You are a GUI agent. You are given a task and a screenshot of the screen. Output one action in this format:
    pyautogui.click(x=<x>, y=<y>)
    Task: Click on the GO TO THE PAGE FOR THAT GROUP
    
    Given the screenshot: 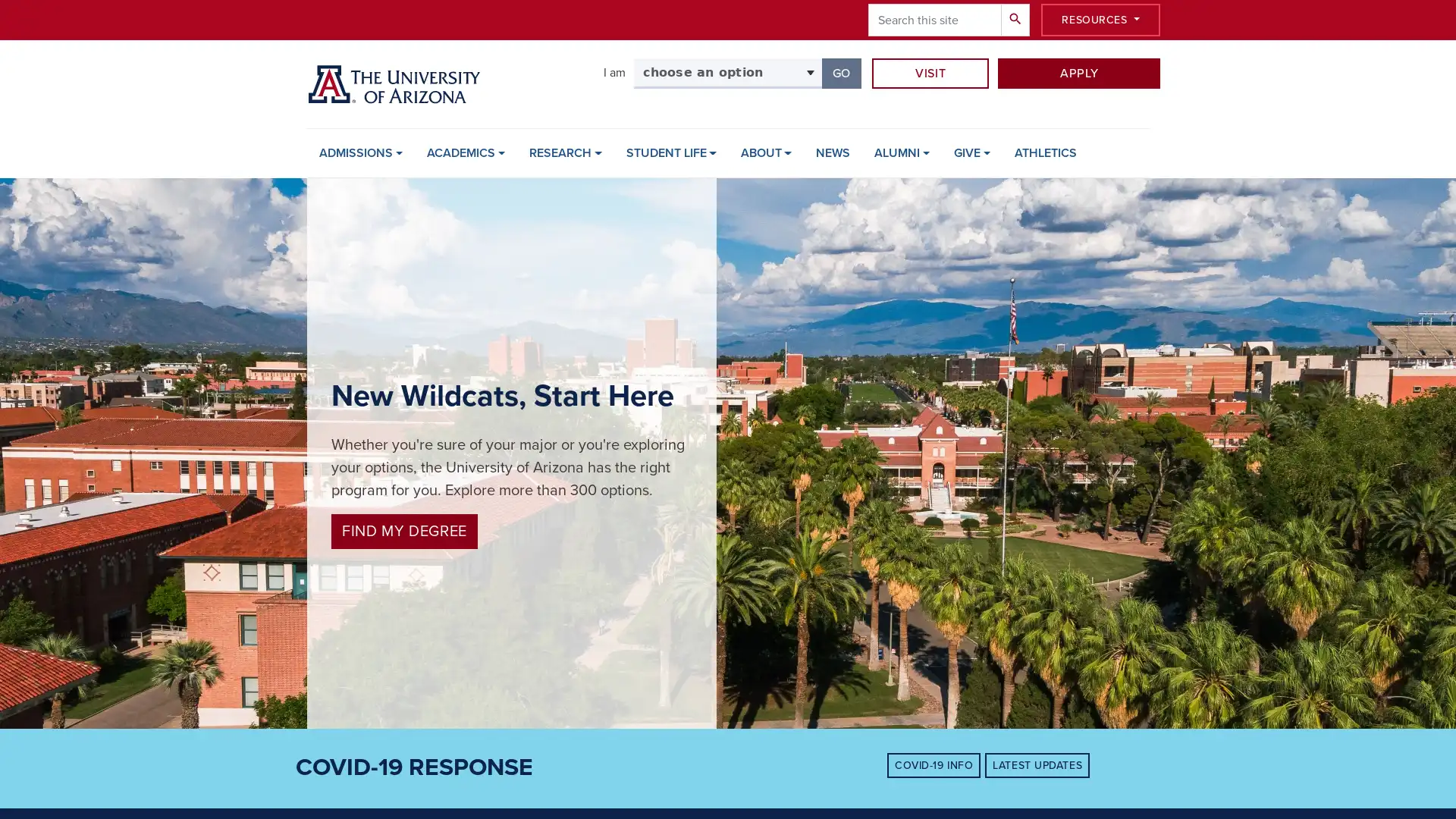 What is the action you would take?
    pyautogui.click(x=840, y=73)
    